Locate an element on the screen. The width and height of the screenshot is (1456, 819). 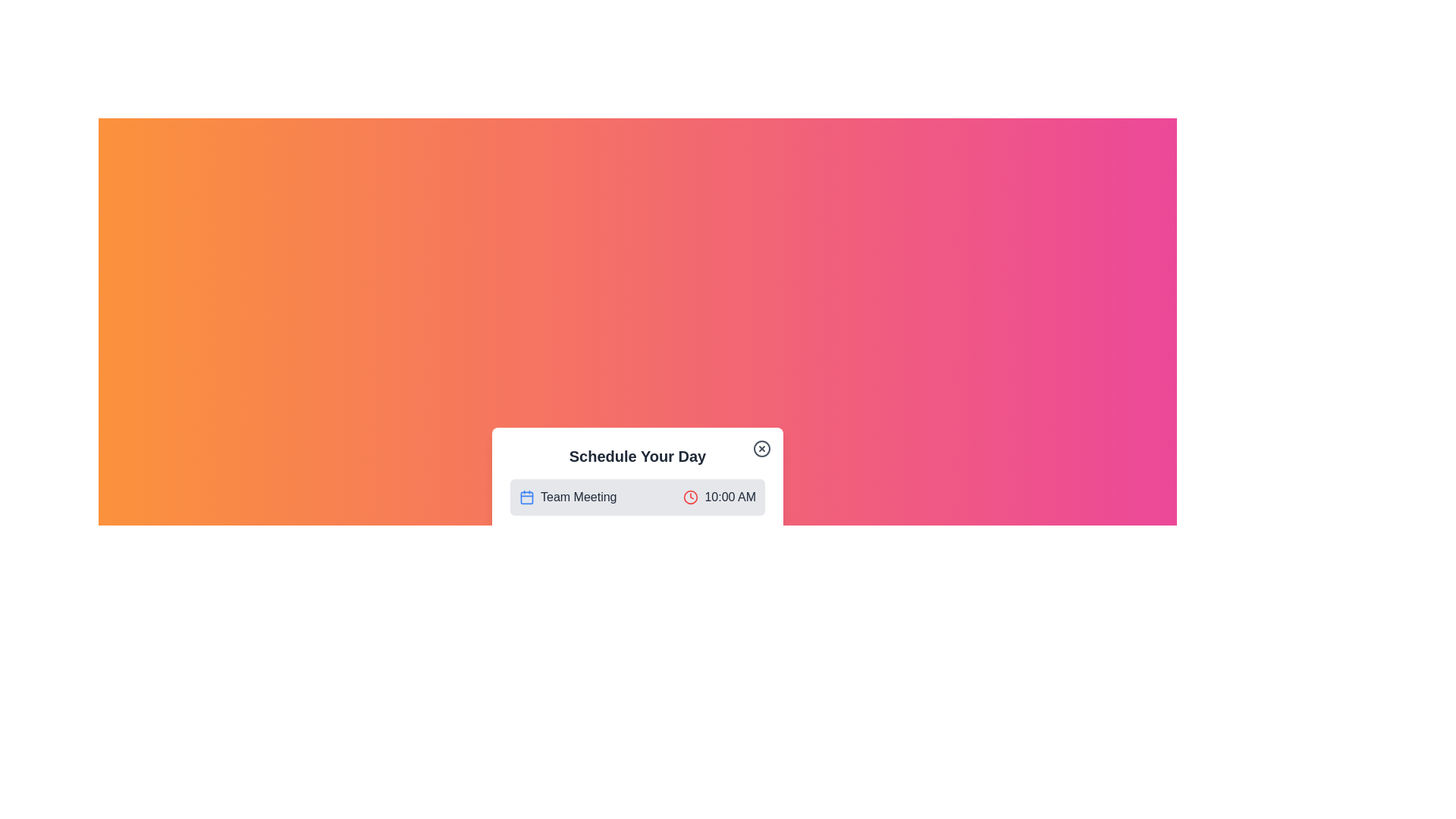
the button resembling a circle with a cross inside, located in the top-right corner of the 'Schedule Your Day' card is located at coordinates (761, 447).